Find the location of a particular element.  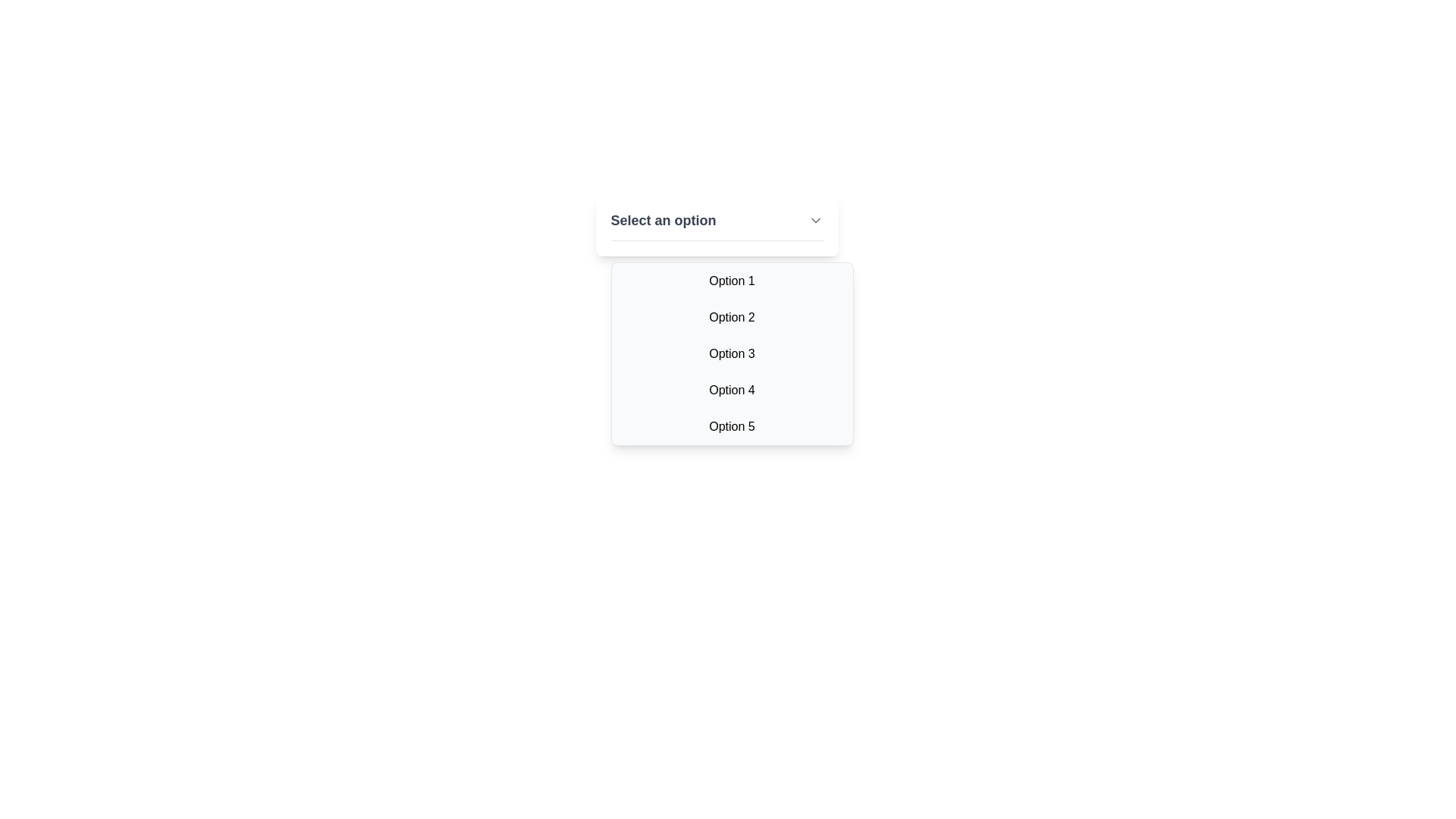

the fifth option in the dropdown menu labeled 'Select an option' is located at coordinates (732, 427).